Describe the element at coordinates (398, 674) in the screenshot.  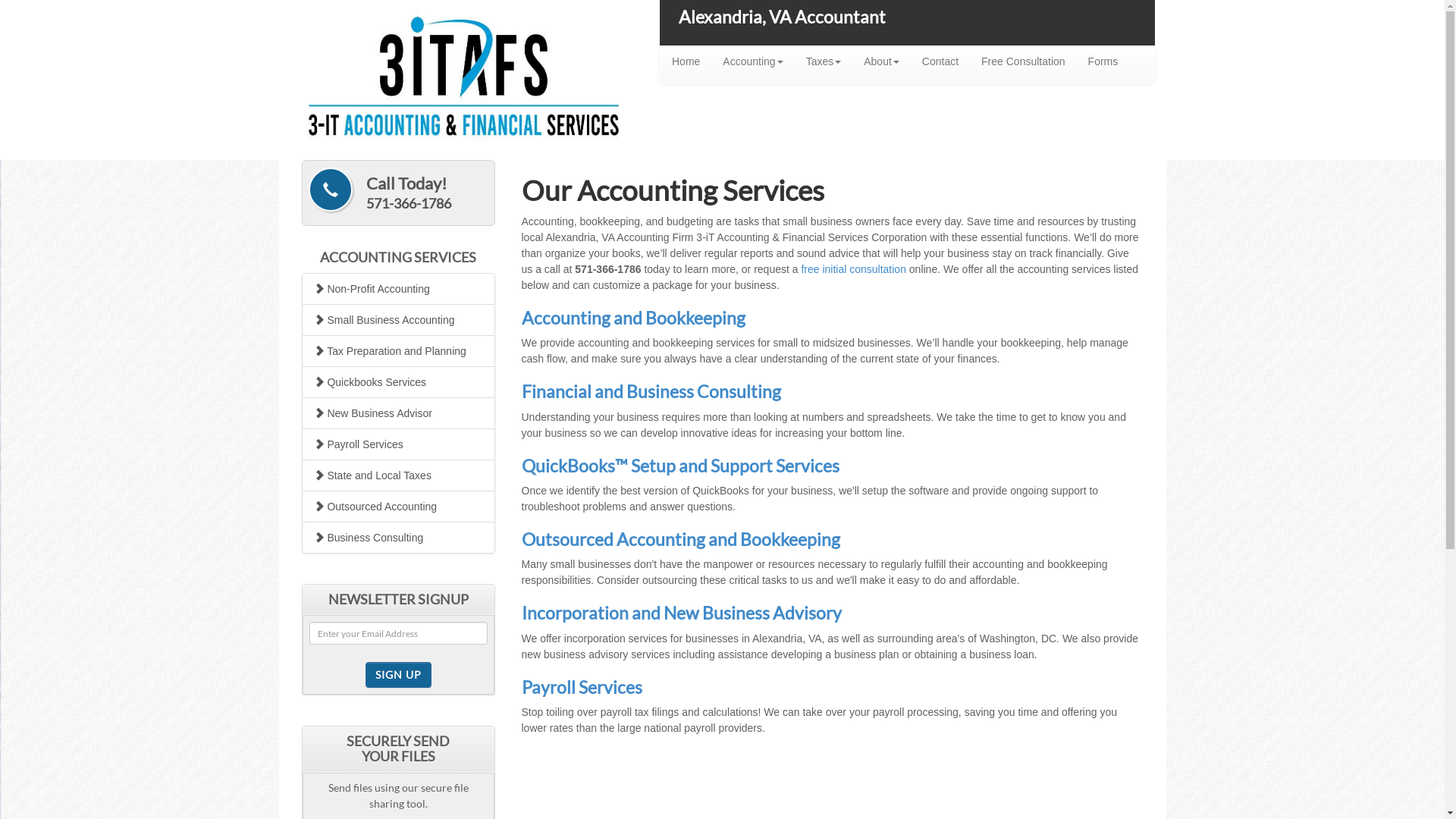
I see `'SIGN UP'` at that location.